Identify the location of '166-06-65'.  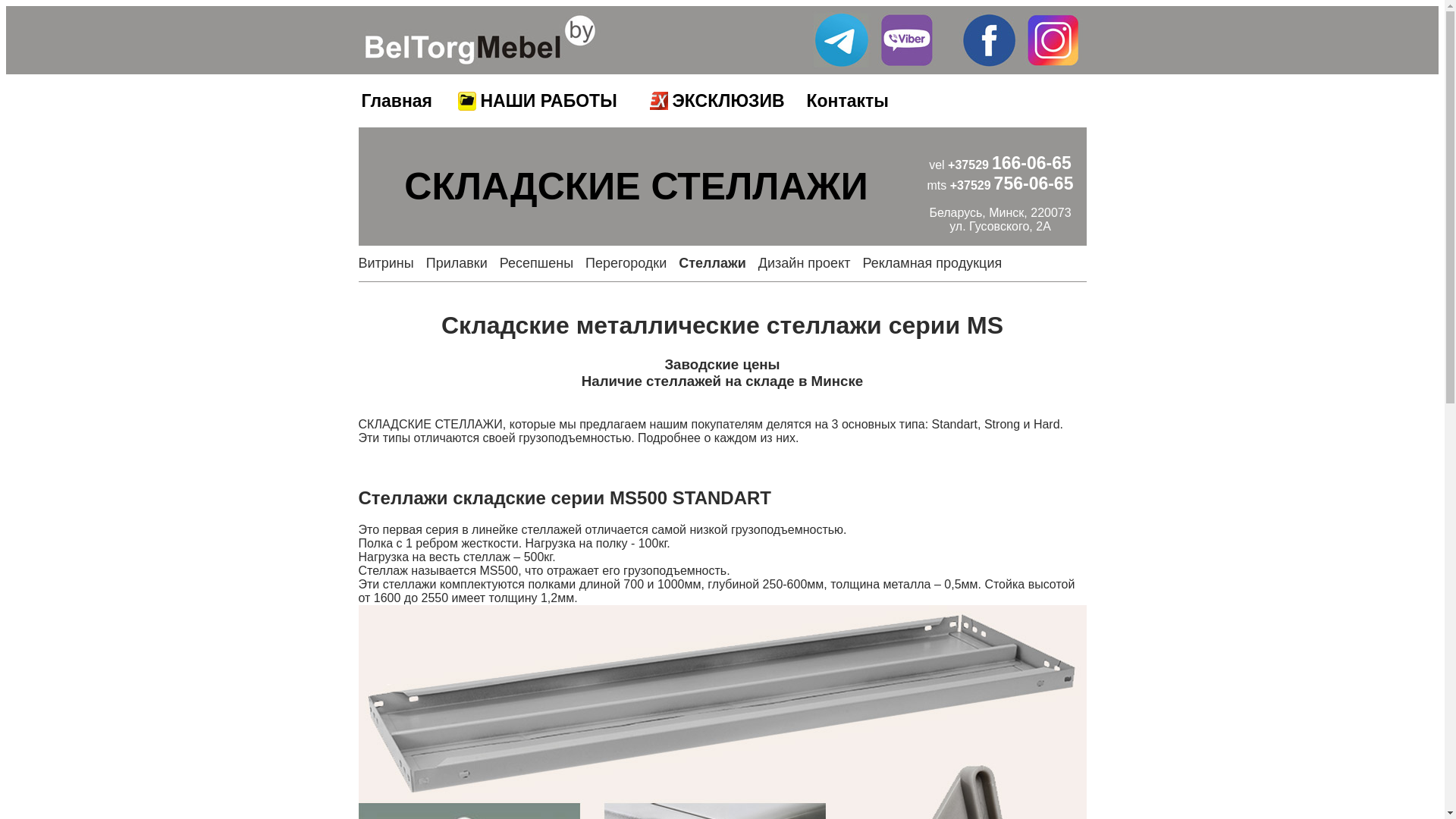
(1031, 163).